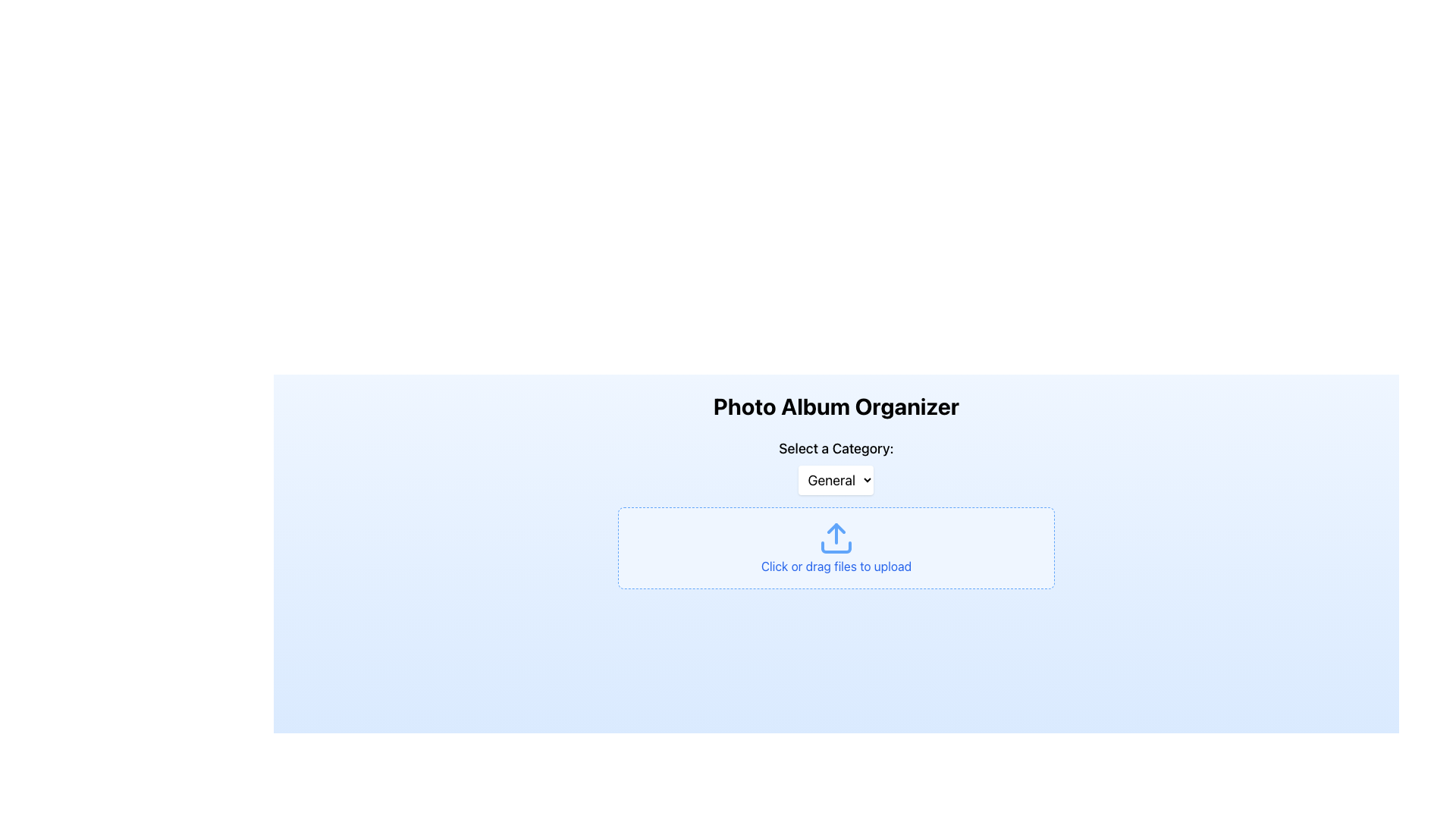 The height and width of the screenshot is (819, 1456). I want to click on the upload icon, which features a blue upward arrow on a rectangular background, located centrally in the upload area, so click(836, 537).